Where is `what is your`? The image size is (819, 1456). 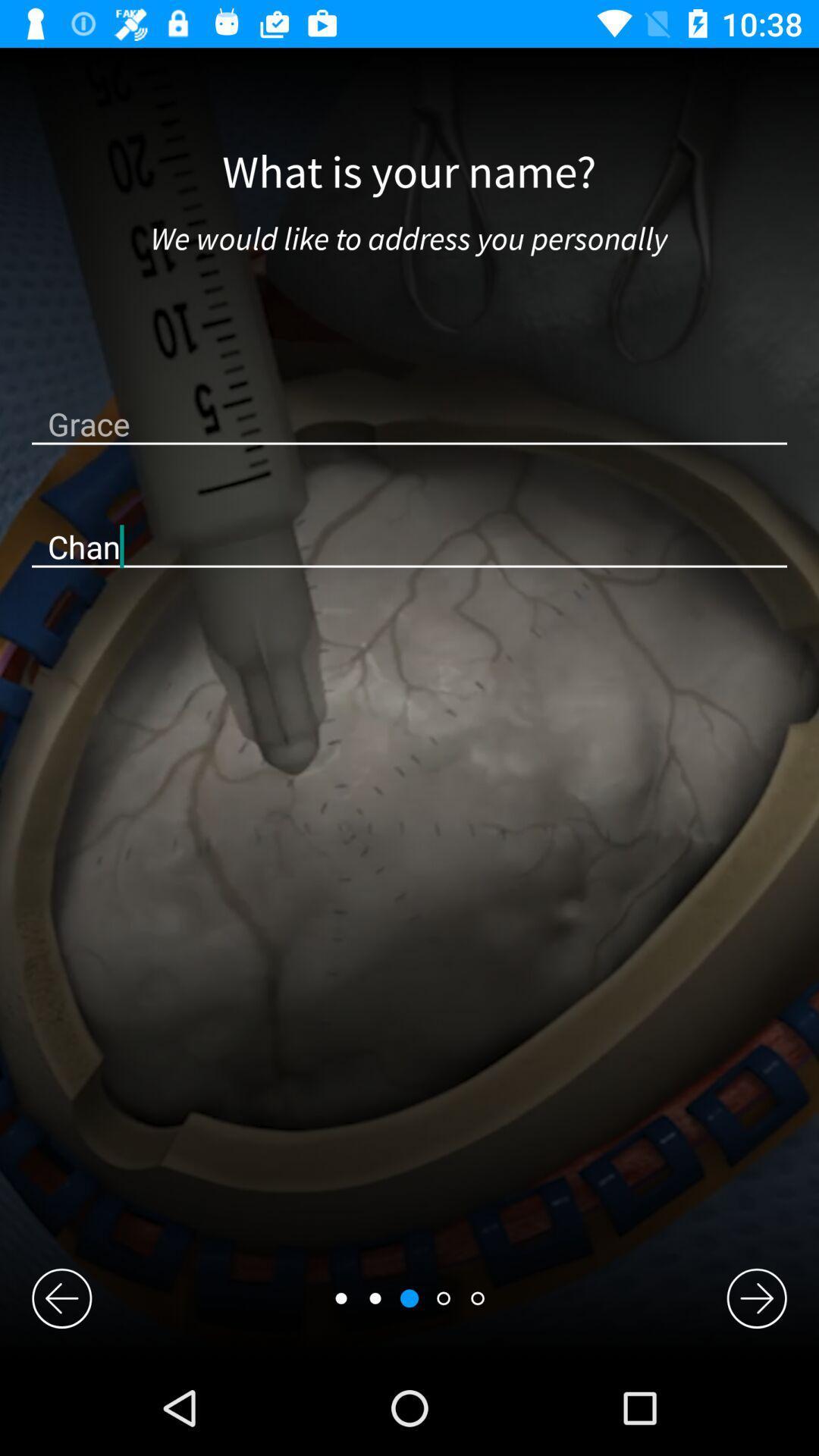
what is your is located at coordinates (408, 173).